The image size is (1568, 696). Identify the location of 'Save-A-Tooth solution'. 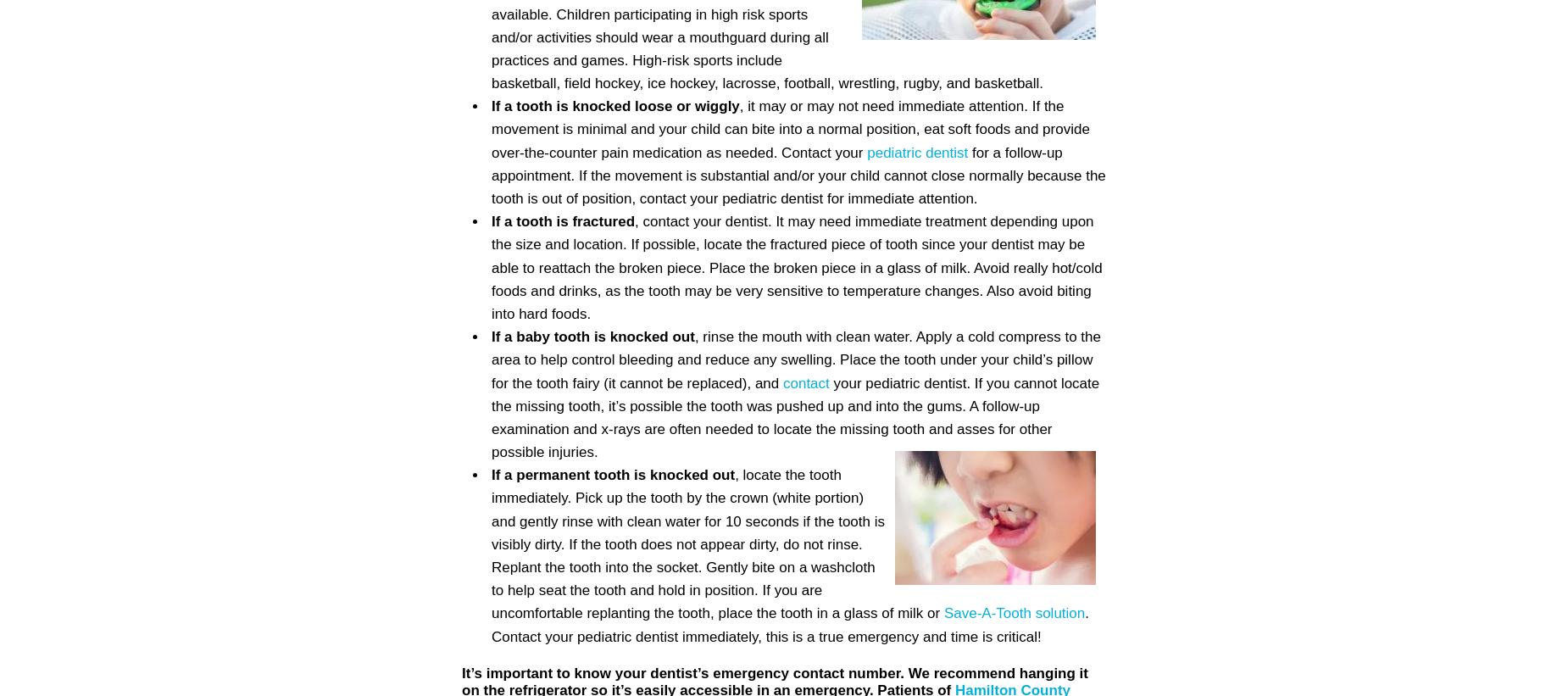
(1013, 613).